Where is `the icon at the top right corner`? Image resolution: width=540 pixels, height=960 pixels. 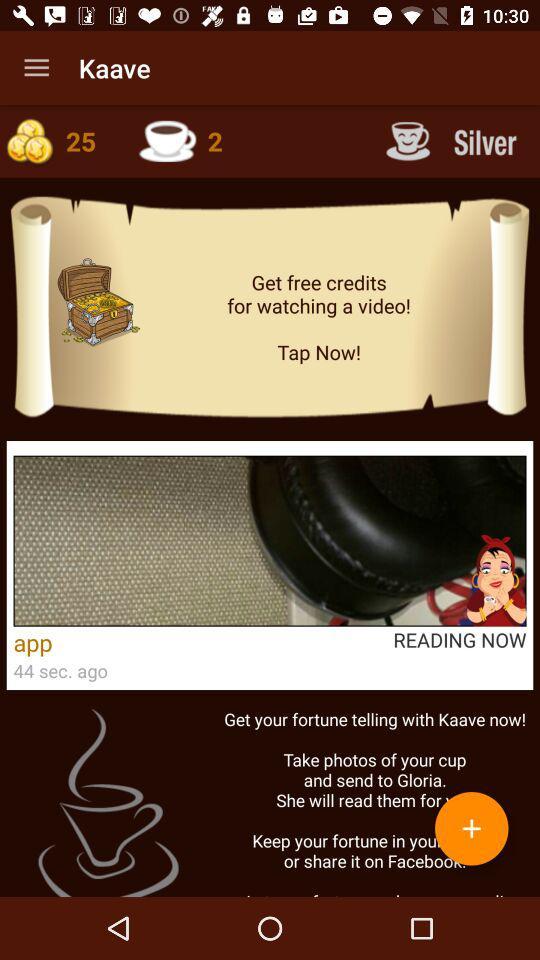
the icon at the top right corner is located at coordinates (454, 140).